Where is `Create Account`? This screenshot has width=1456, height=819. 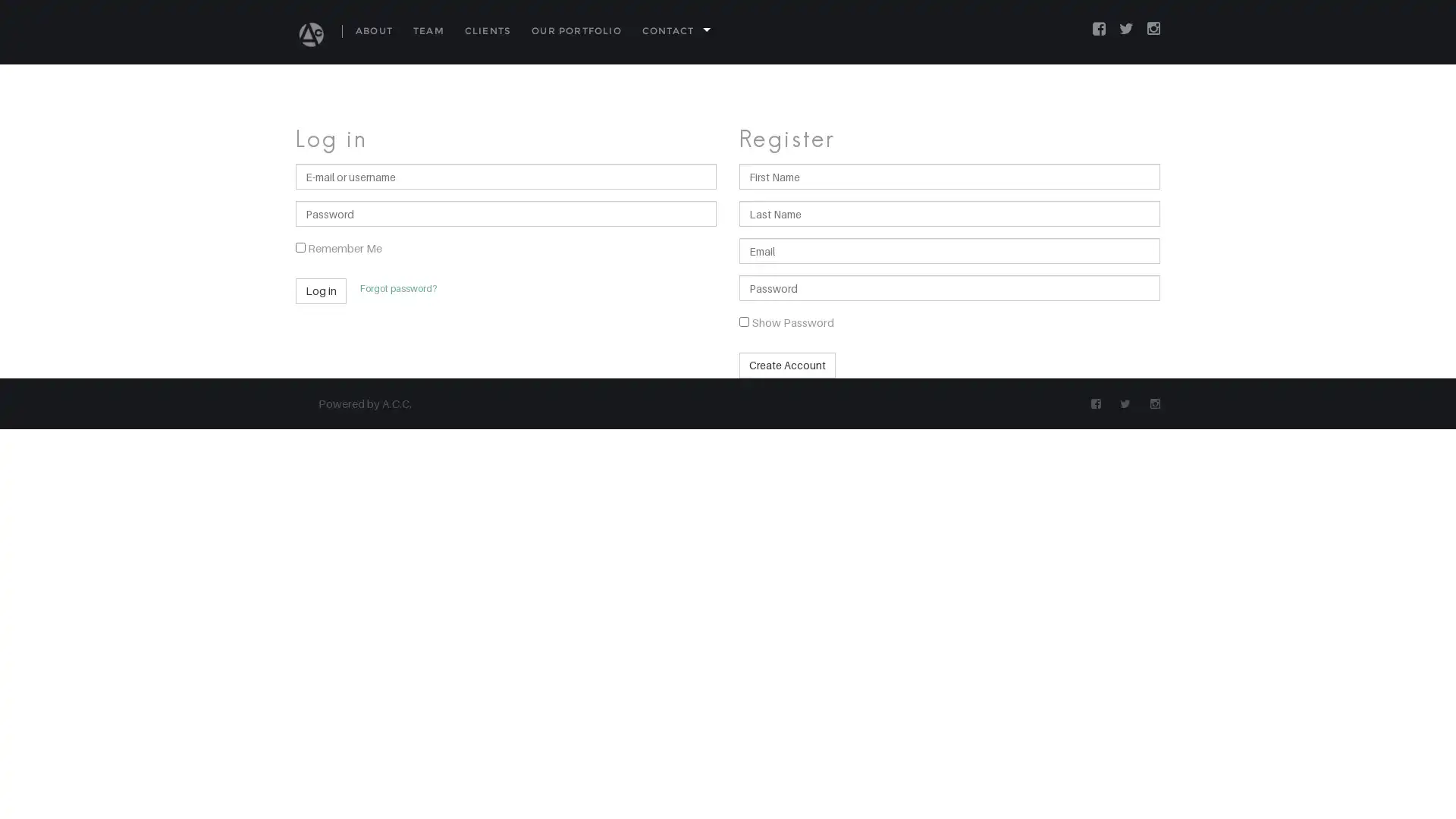
Create Account is located at coordinates (787, 366).